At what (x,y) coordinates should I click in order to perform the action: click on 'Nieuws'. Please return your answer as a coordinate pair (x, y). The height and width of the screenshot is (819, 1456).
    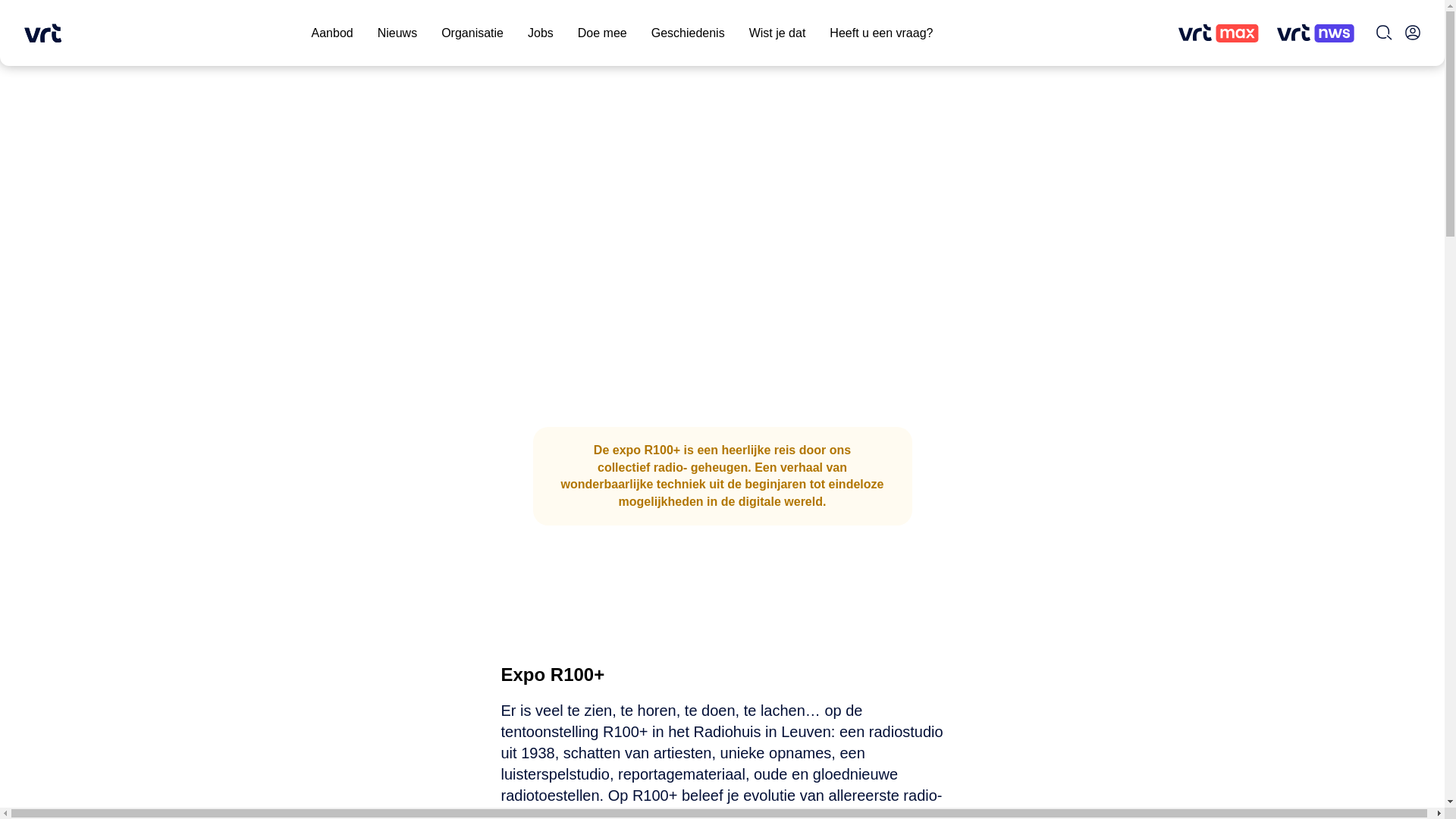
    Looking at the image, I should click on (397, 33).